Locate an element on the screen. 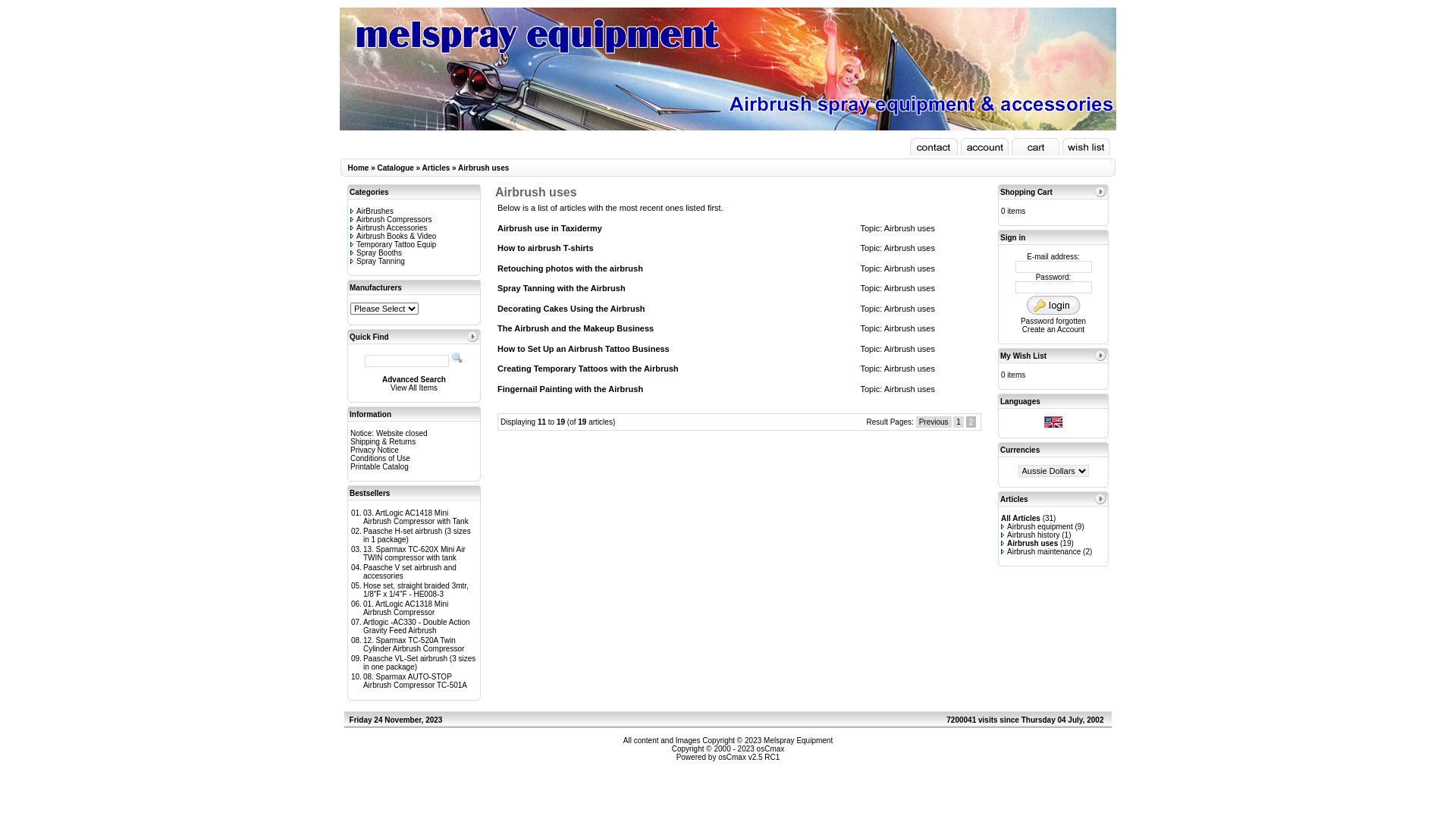 The width and height of the screenshot is (1456, 819). ' My Account ' is located at coordinates (984, 146).